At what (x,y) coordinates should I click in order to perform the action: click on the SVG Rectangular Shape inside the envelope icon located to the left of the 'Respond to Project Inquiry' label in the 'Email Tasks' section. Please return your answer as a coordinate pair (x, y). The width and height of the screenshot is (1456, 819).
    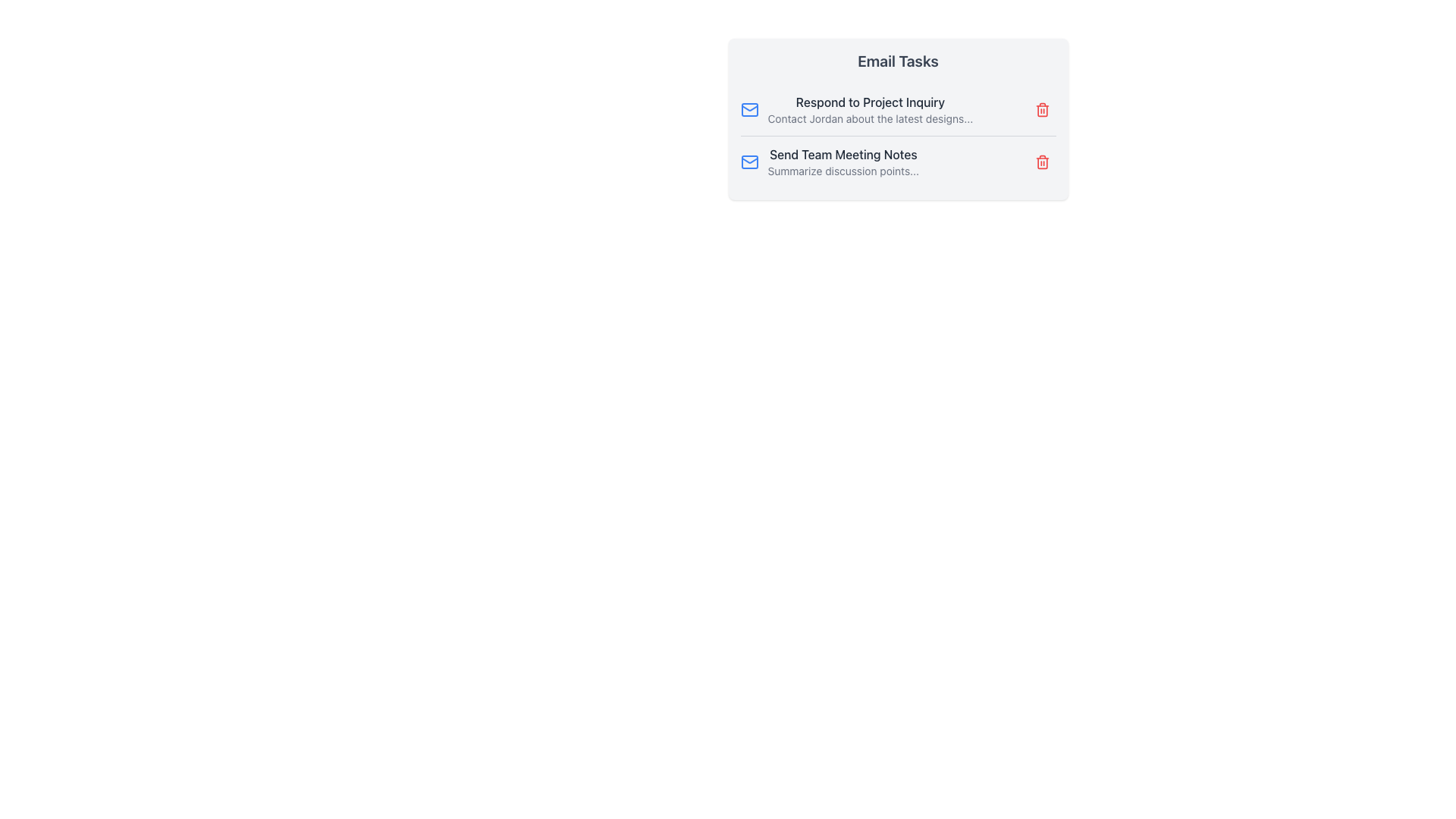
    Looking at the image, I should click on (749, 109).